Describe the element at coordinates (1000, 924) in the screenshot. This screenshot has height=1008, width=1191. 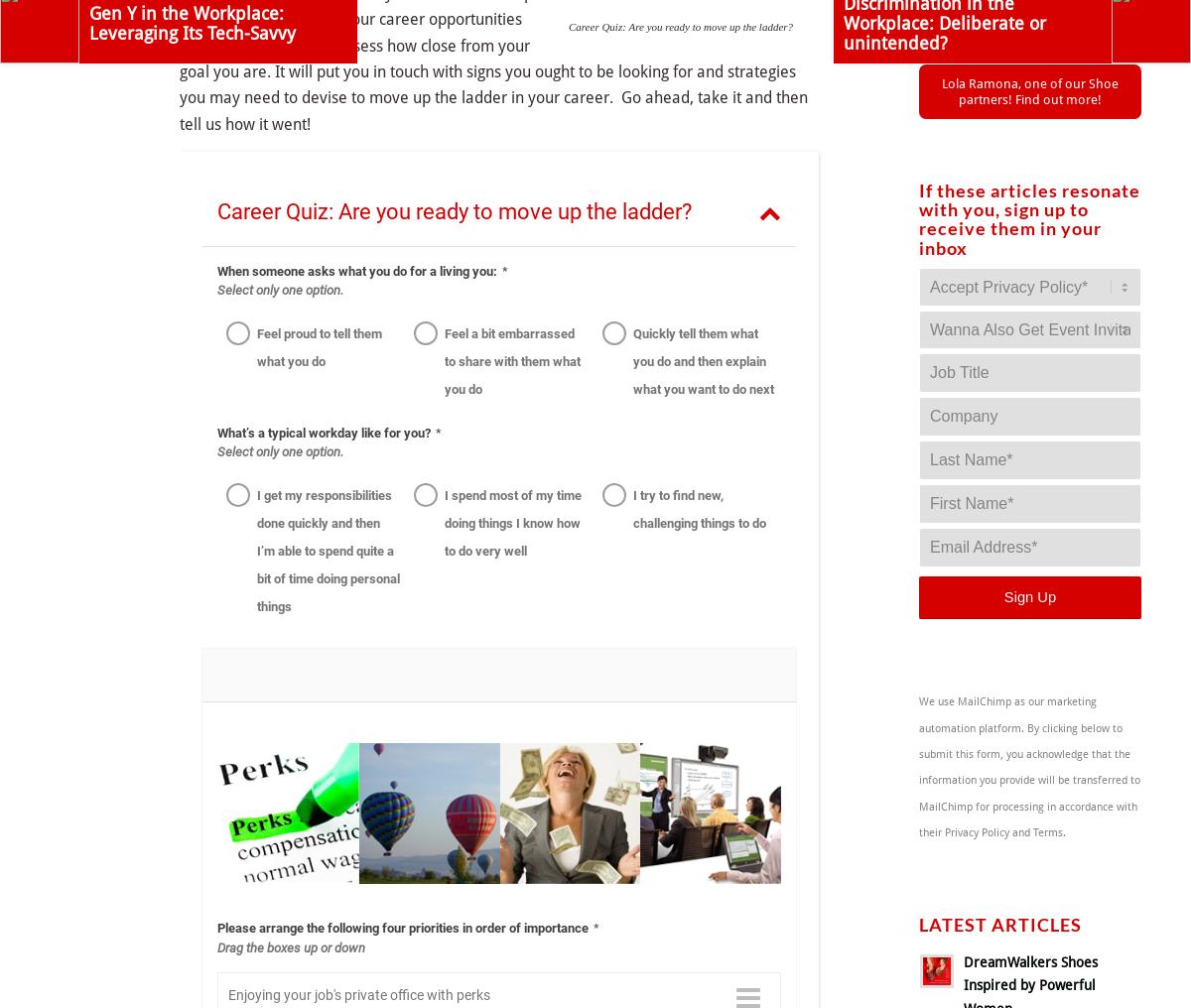
I see `'LATEST ARTICLES'` at that location.